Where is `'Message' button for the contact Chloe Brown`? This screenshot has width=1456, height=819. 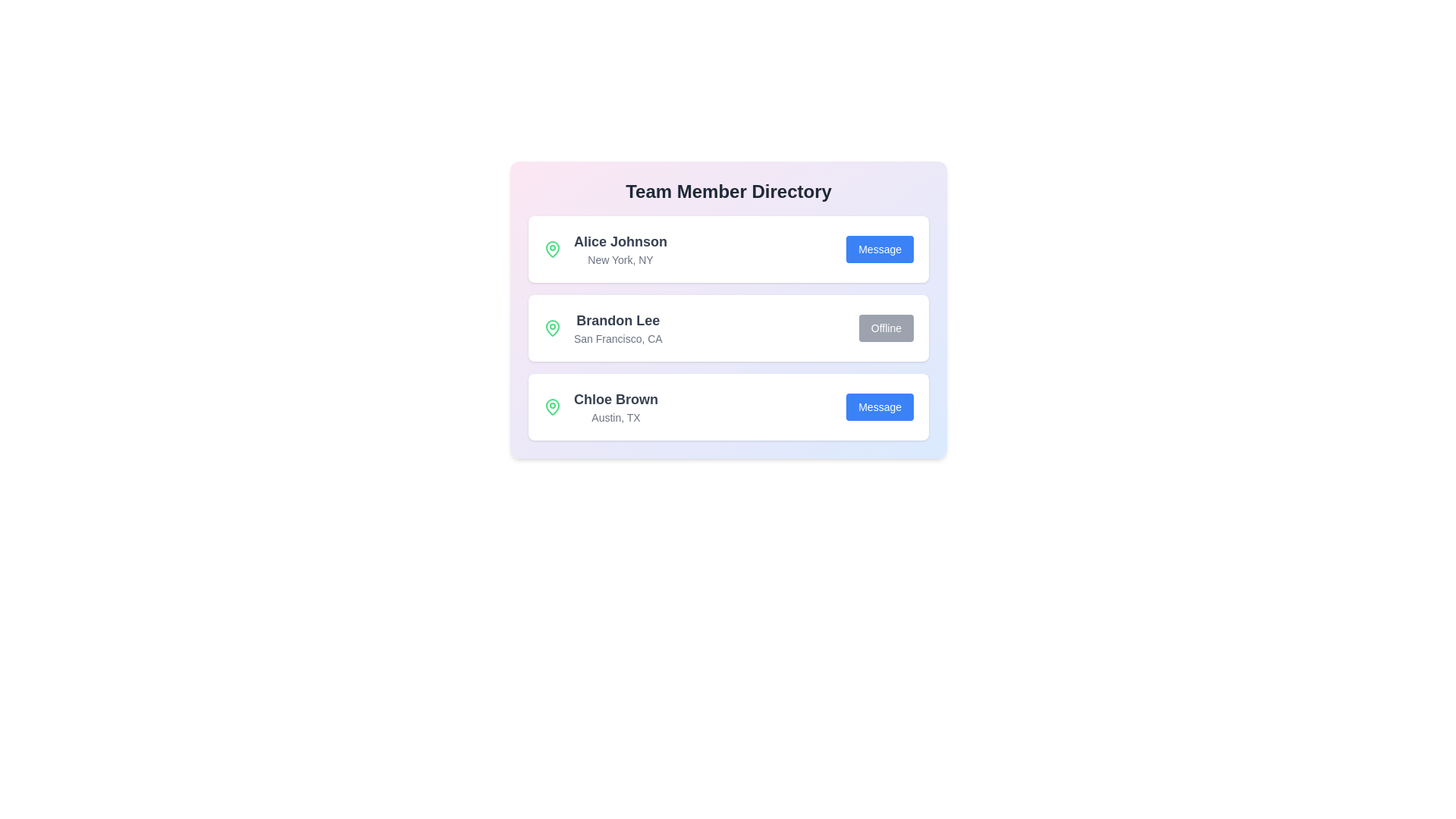
'Message' button for the contact Chloe Brown is located at coordinates (880, 406).